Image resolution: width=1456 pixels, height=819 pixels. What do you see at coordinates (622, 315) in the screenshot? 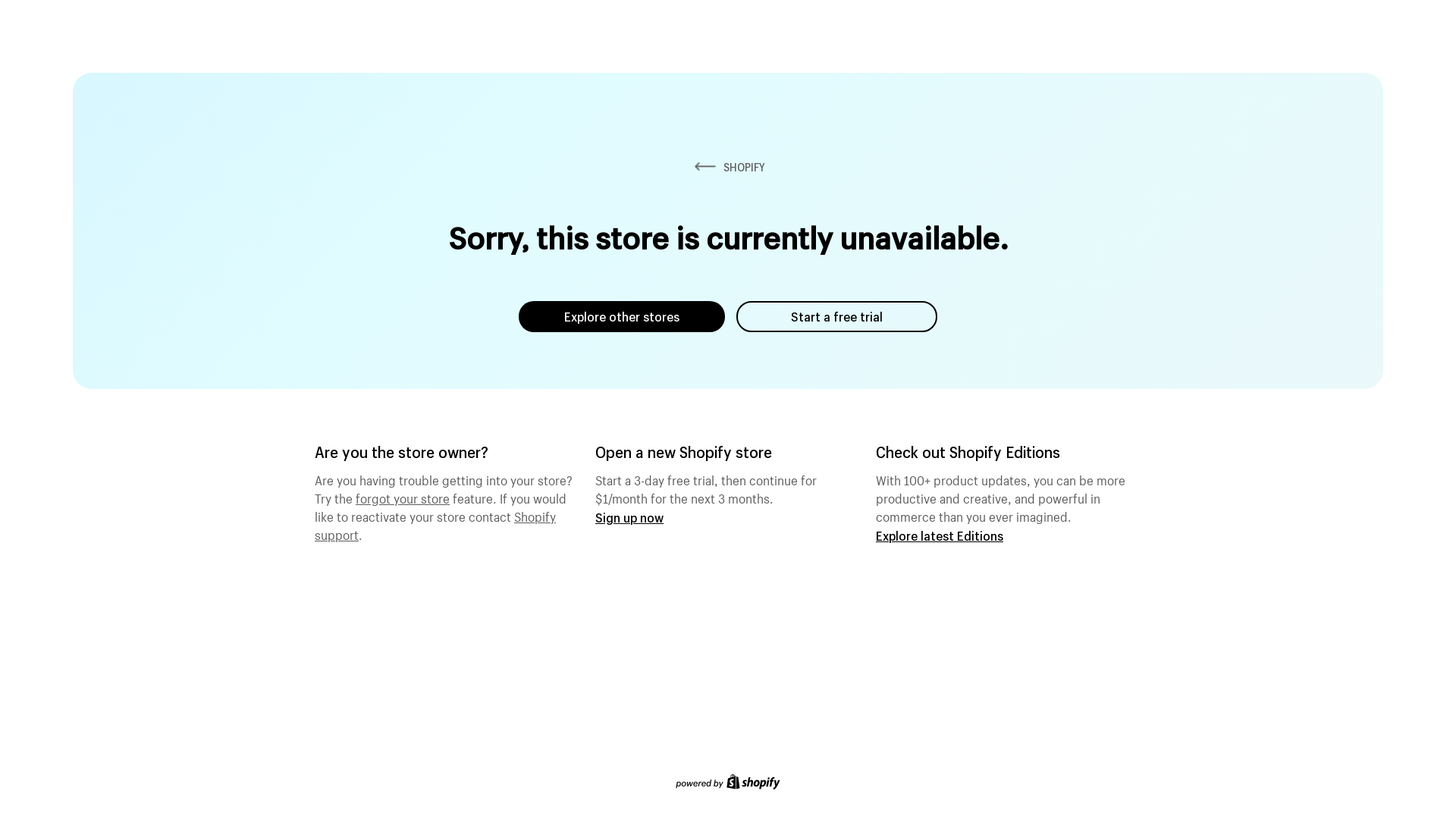
I see `'Explore other stores'` at bounding box center [622, 315].